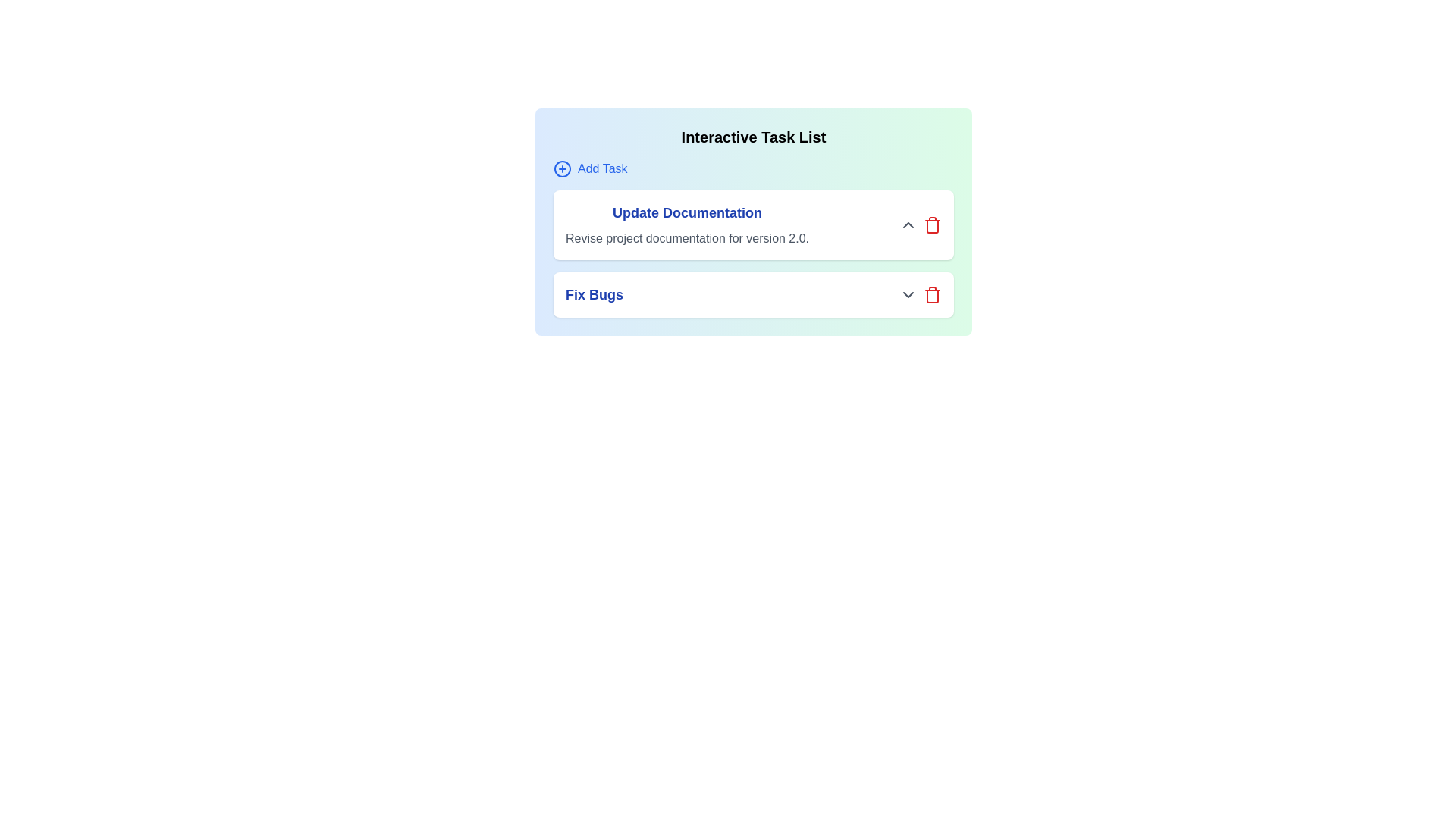  What do you see at coordinates (931, 295) in the screenshot?
I see `the trash icon to delete the task 'Fix Bugs'` at bounding box center [931, 295].